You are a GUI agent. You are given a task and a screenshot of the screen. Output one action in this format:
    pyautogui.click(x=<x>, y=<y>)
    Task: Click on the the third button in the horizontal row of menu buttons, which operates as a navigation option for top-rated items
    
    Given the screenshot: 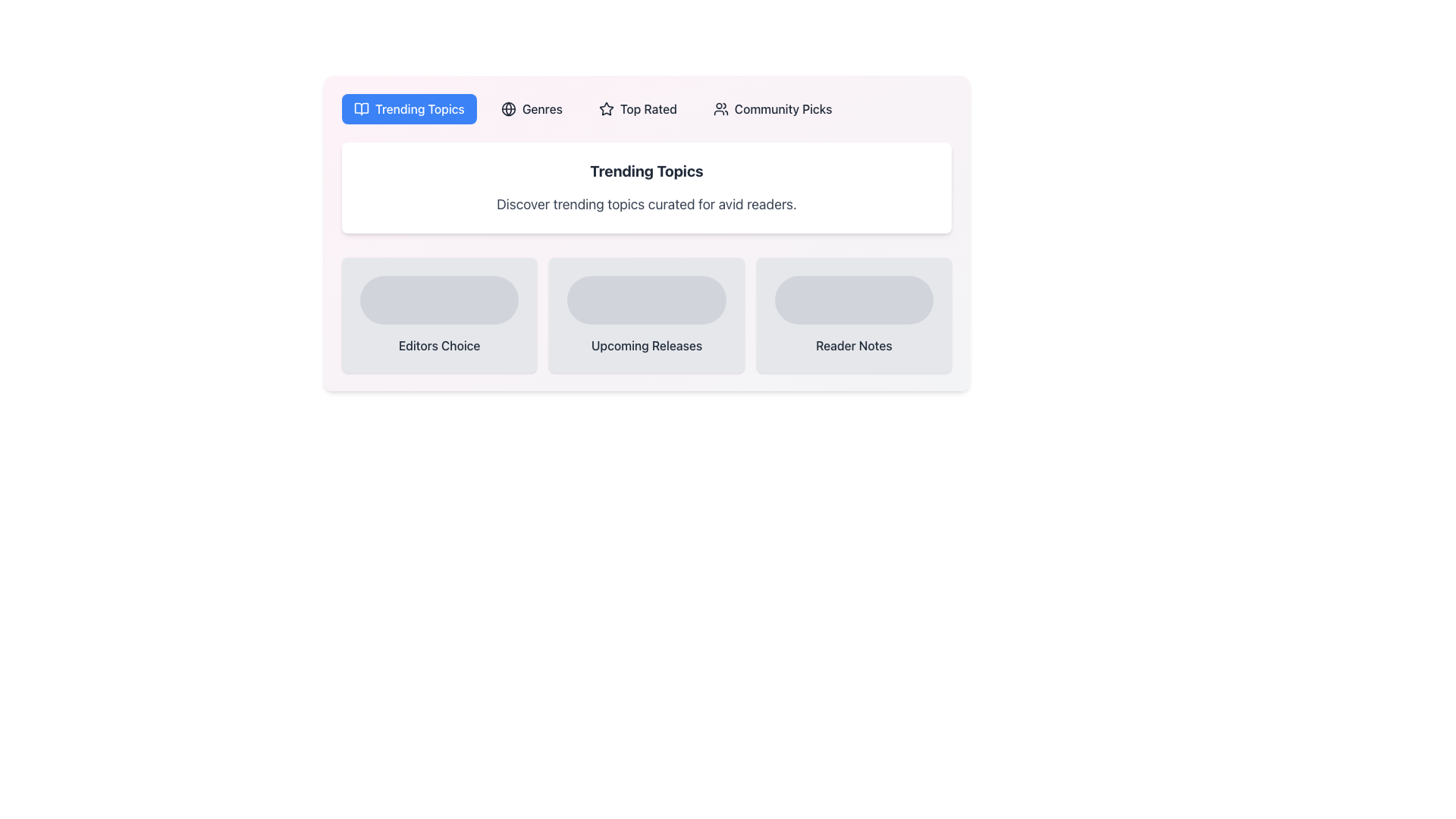 What is the action you would take?
    pyautogui.click(x=638, y=108)
    